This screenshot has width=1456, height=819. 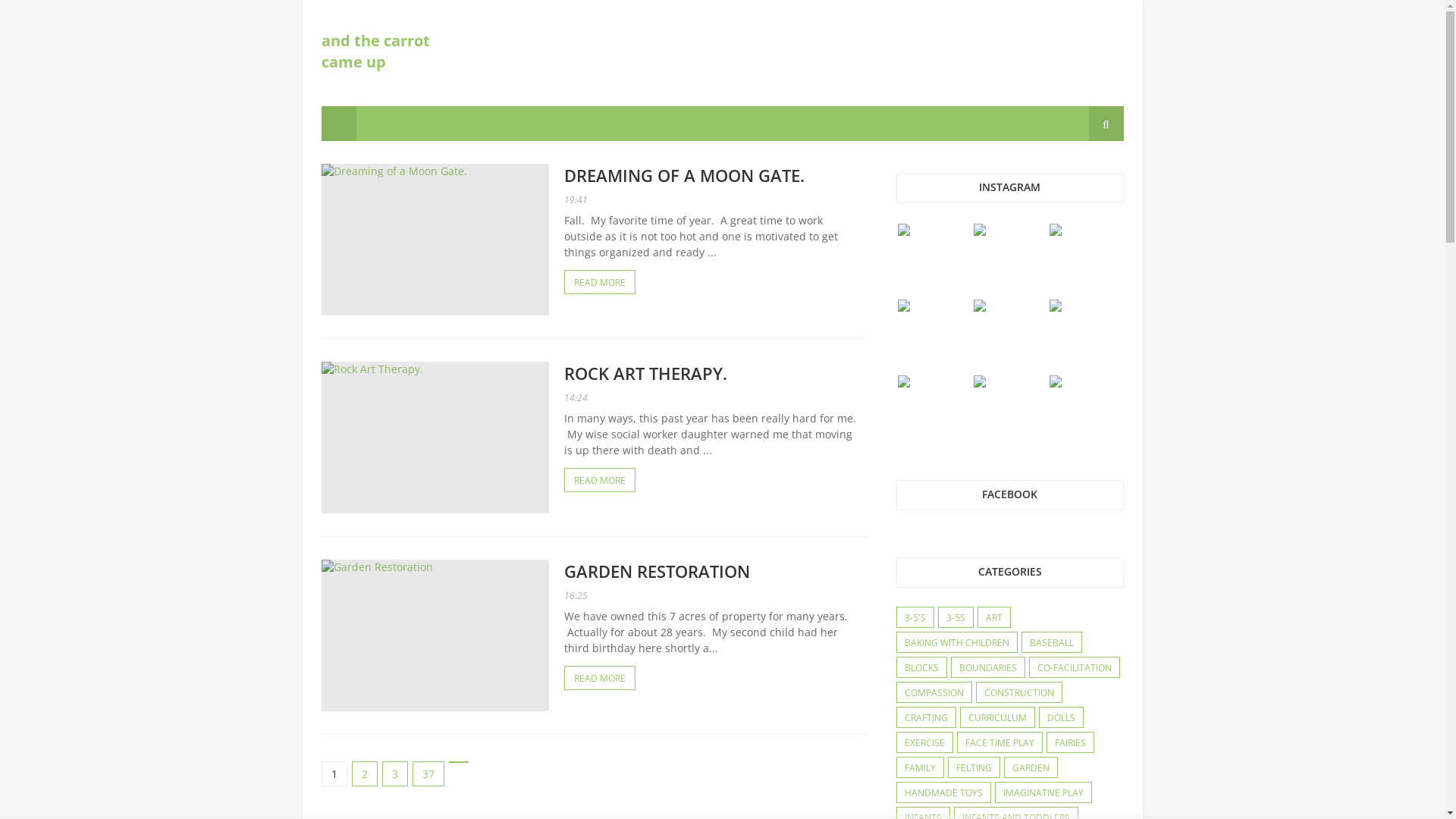 What do you see at coordinates (996, 717) in the screenshot?
I see `'CURRICULUM'` at bounding box center [996, 717].